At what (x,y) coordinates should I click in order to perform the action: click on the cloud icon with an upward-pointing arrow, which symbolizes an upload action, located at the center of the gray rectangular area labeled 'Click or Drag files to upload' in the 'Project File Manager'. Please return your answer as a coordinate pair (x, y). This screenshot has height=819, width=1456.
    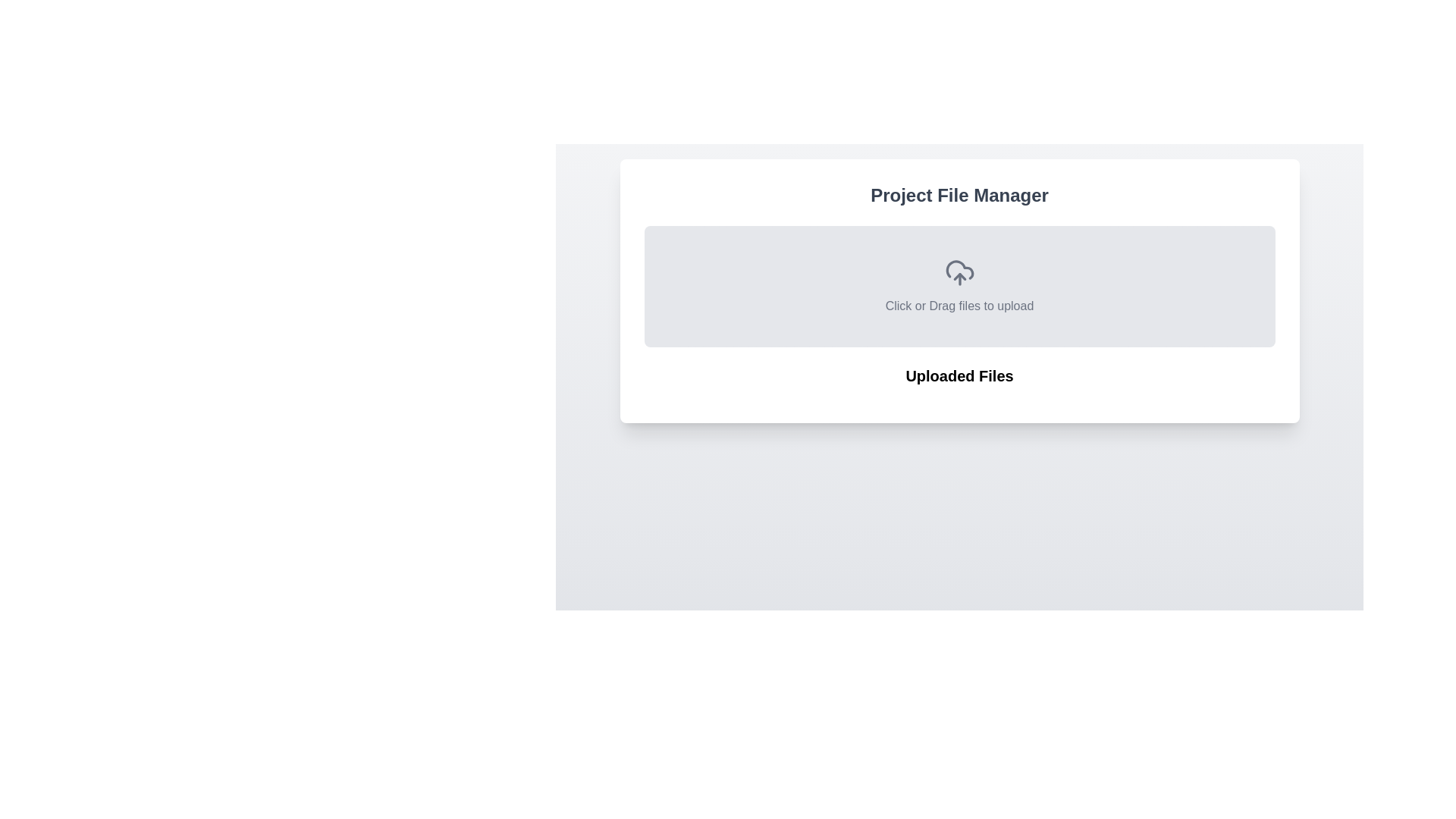
    Looking at the image, I should click on (959, 271).